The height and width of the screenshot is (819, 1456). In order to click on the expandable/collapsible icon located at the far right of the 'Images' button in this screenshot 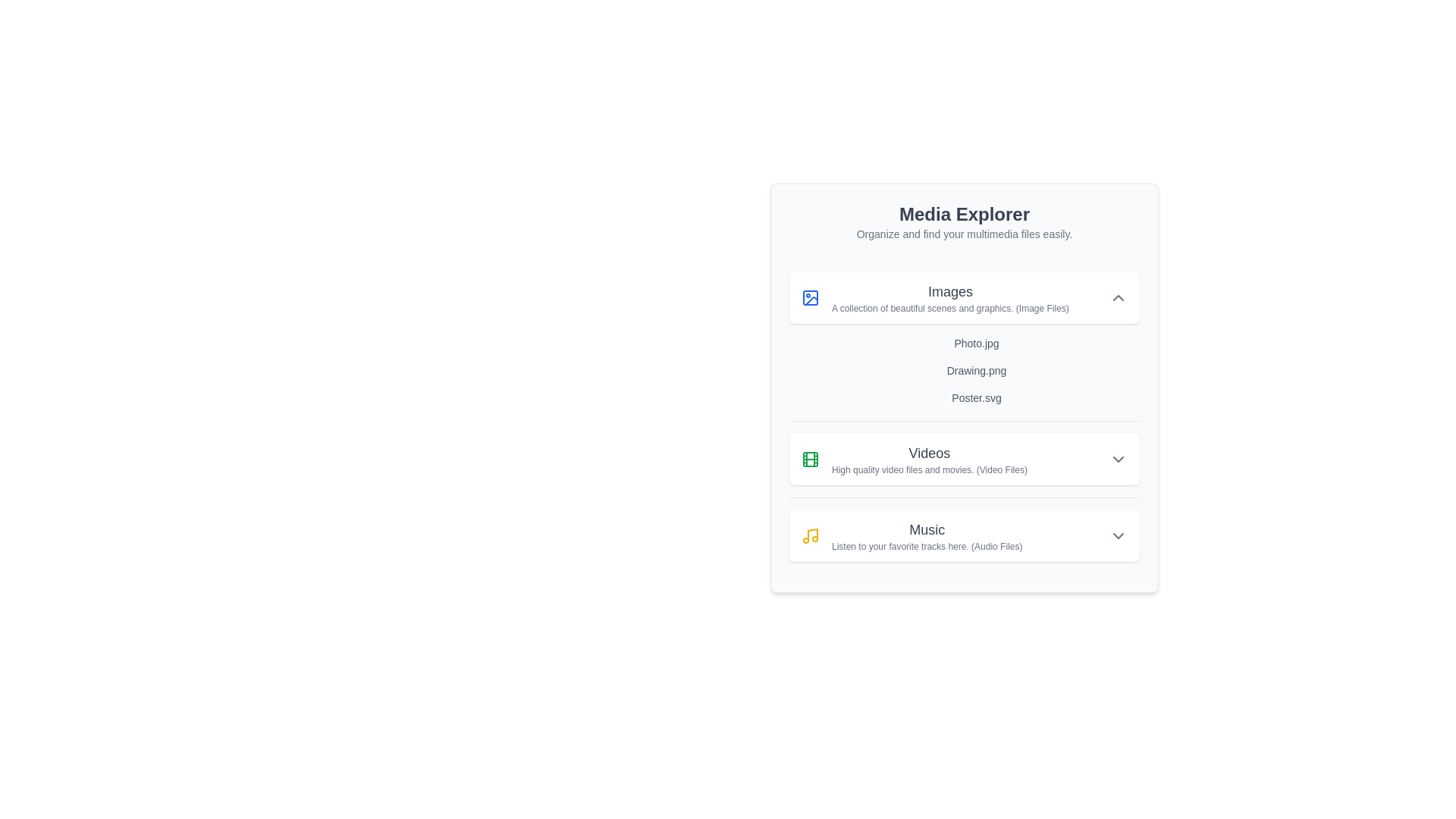, I will do `click(1118, 298)`.